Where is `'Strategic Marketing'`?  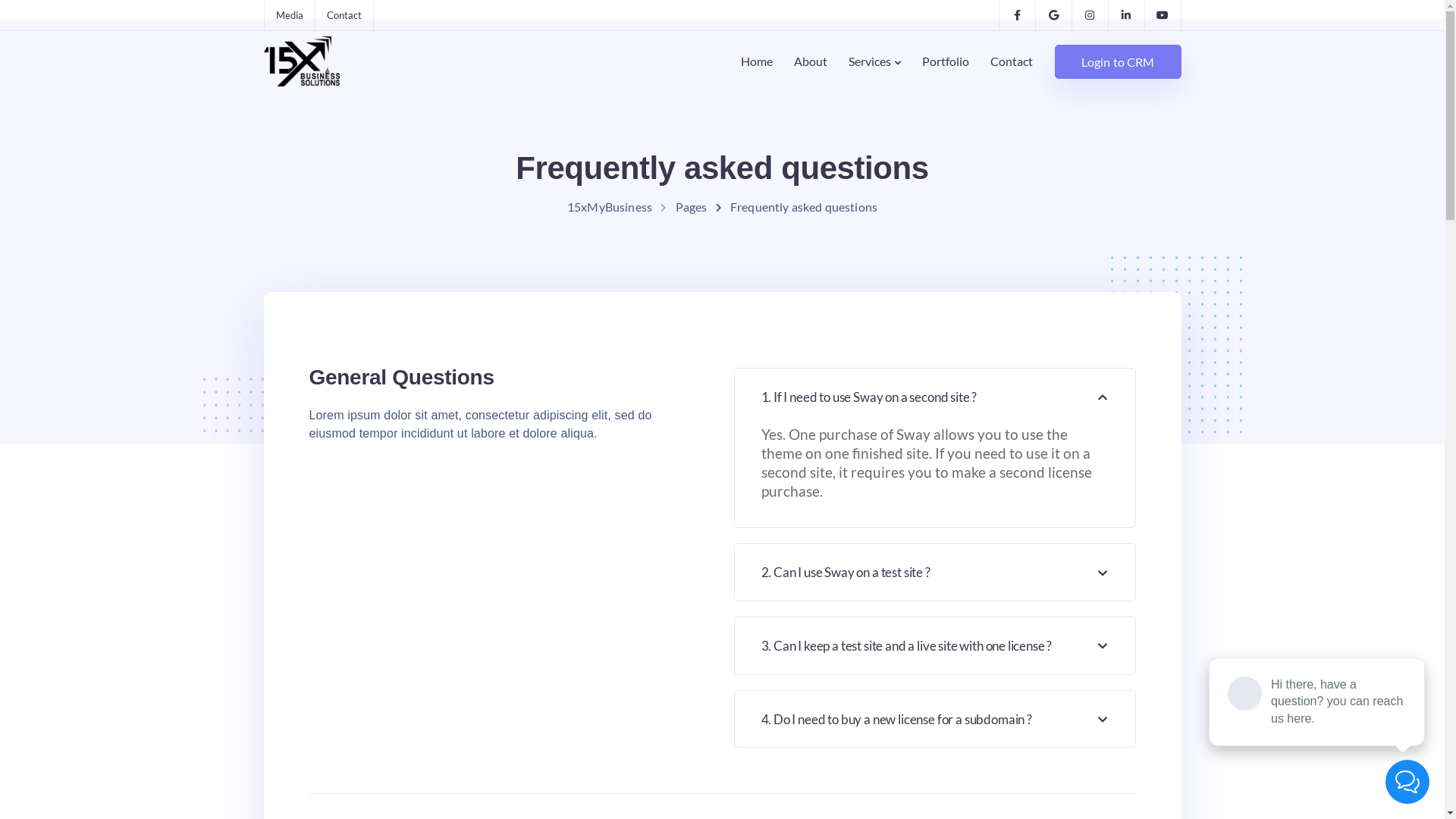 'Strategic Marketing' is located at coordinates (510, 596).